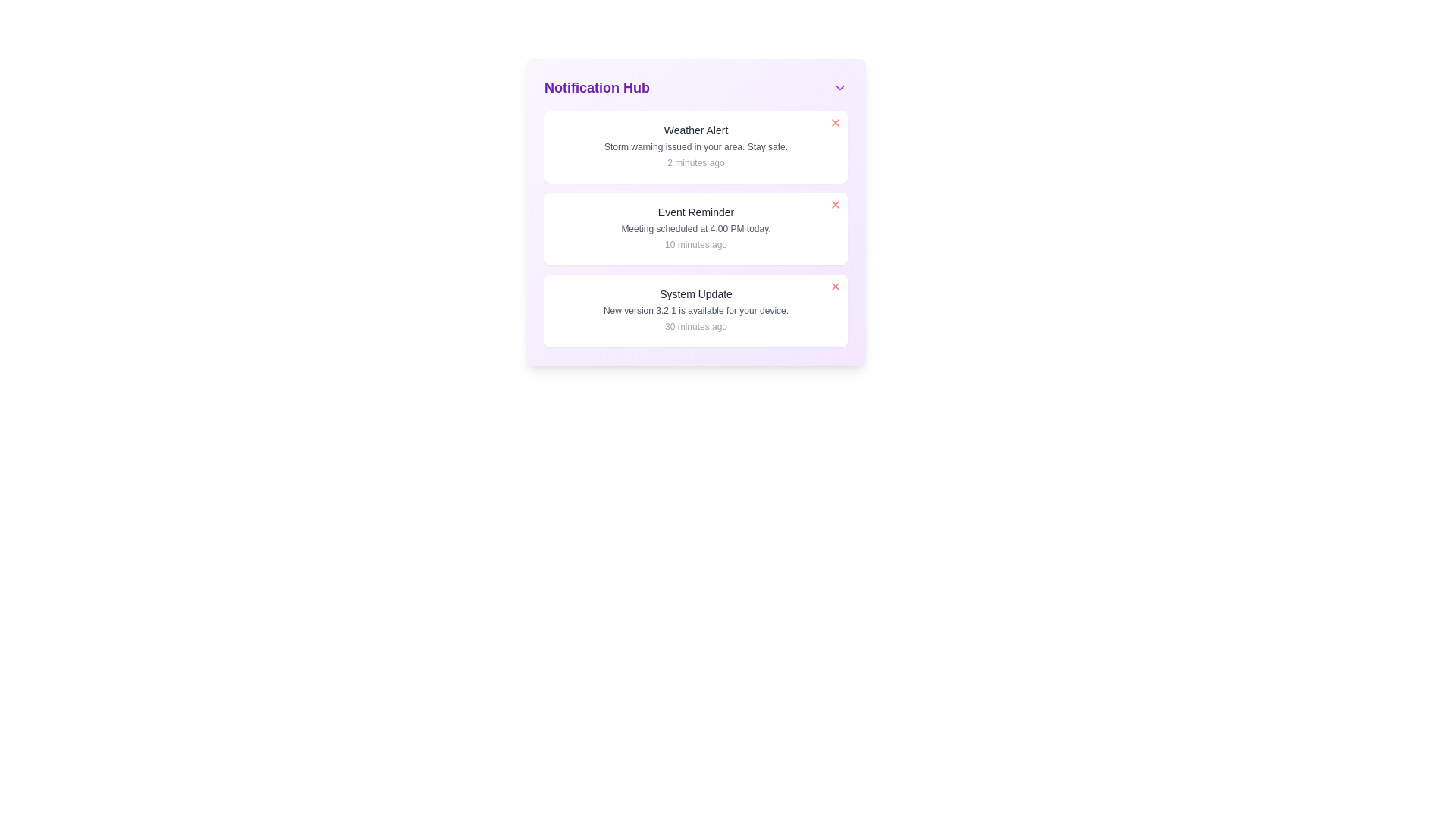 Image resolution: width=1456 pixels, height=819 pixels. Describe the element at coordinates (695, 130) in the screenshot. I see `the Text Label that serves as the title for the weather notification located at the top-left corner of the white notification box in the 'Notification Hub' section` at that location.